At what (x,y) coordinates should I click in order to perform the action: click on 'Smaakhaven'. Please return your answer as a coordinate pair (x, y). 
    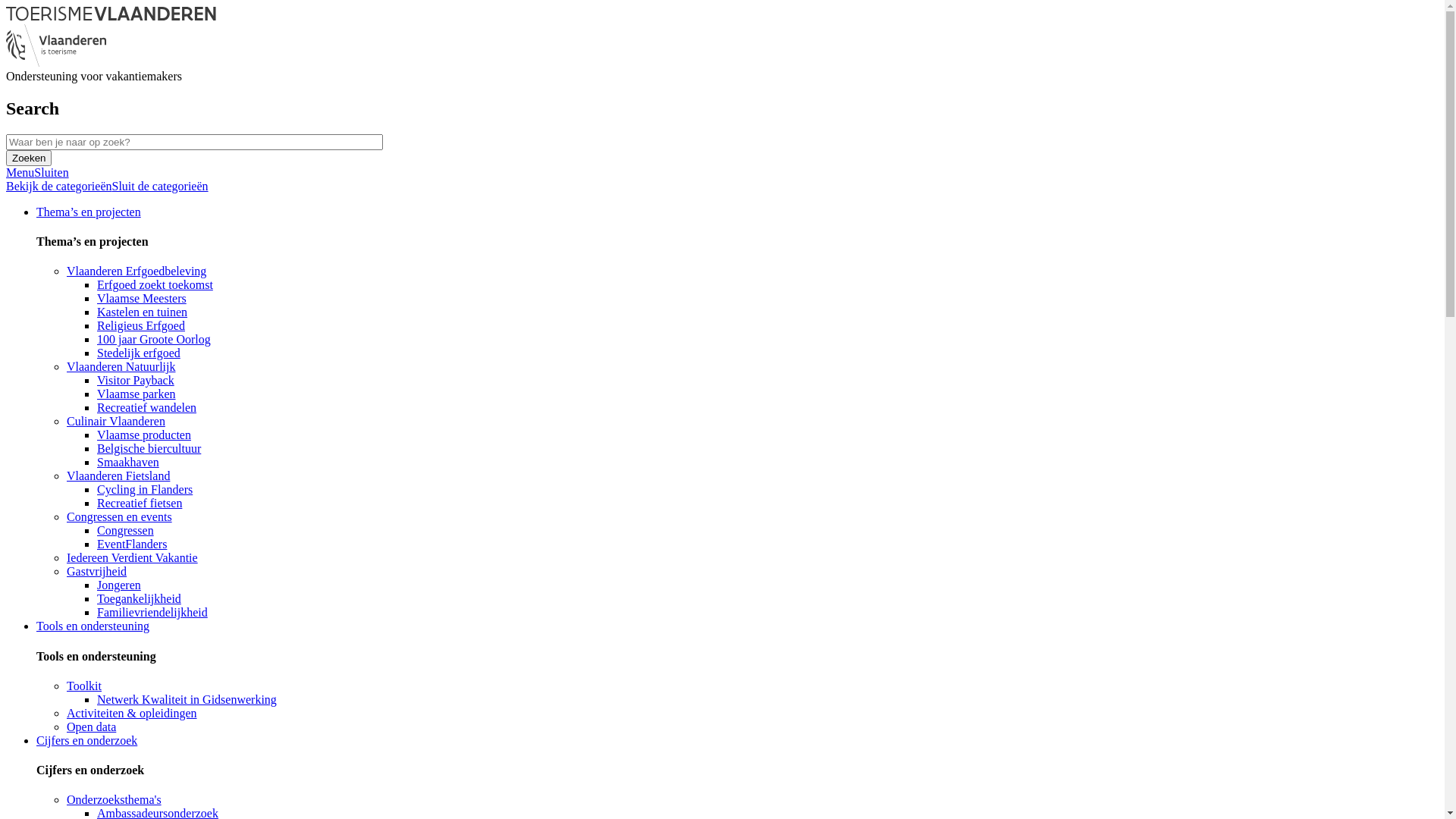
    Looking at the image, I should click on (127, 461).